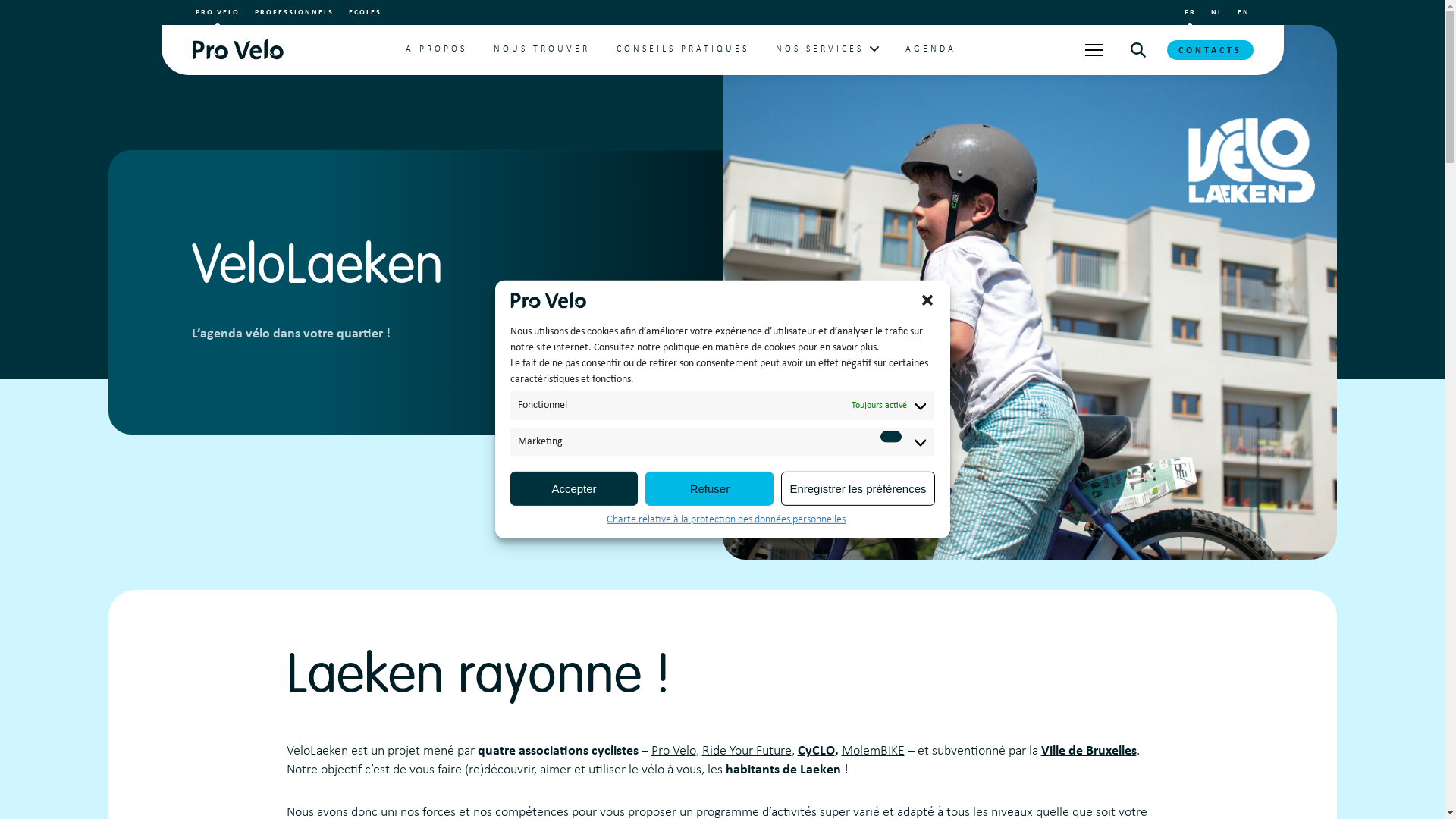 The width and height of the screenshot is (1456, 819). Describe the element at coordinates (255, 12) in the screenshot. I see `'PROFESSIONNELS'` at that location.